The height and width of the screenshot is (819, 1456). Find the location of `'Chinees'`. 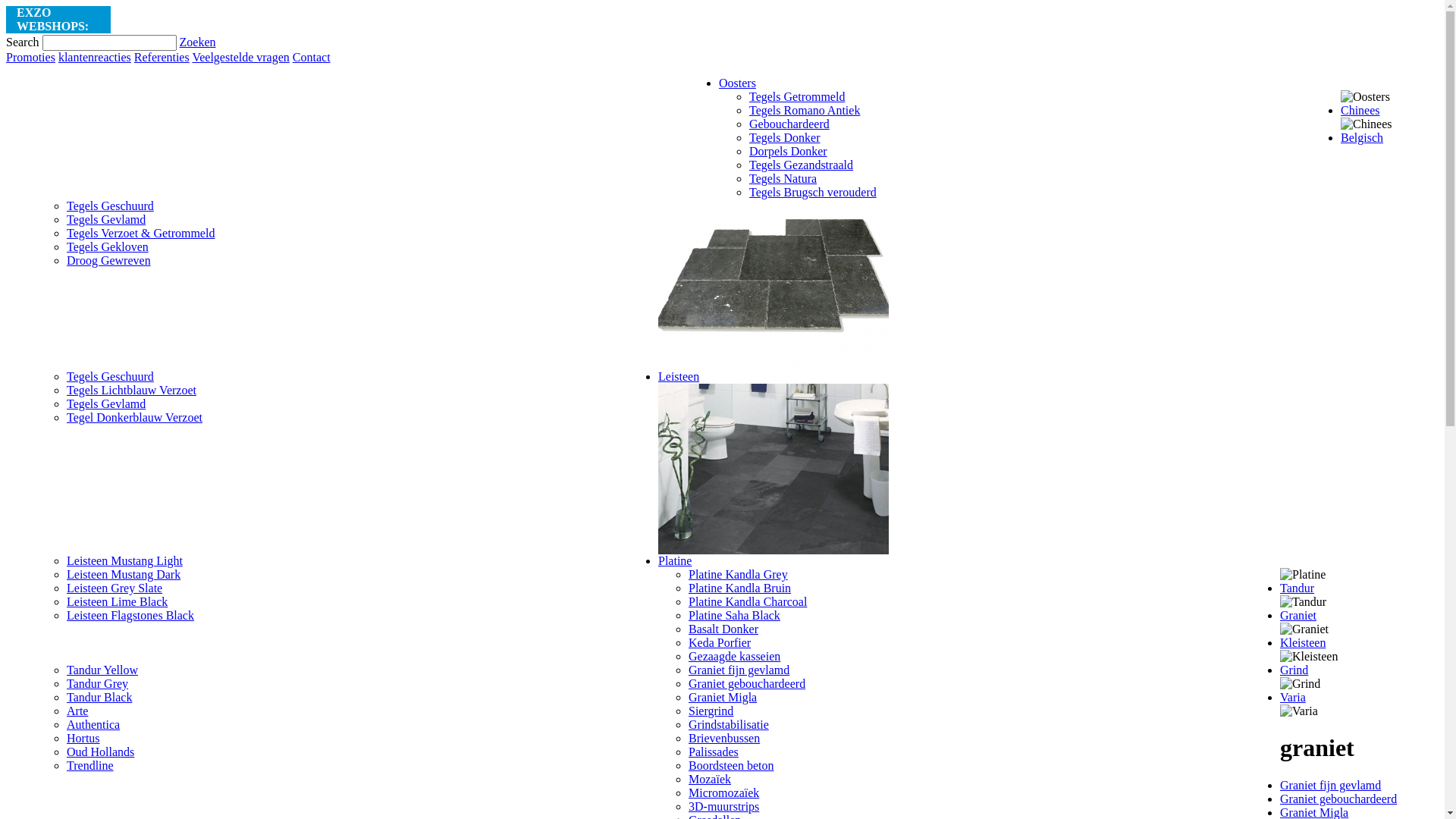

'Chinees' is located at coordinates (1360, 109).